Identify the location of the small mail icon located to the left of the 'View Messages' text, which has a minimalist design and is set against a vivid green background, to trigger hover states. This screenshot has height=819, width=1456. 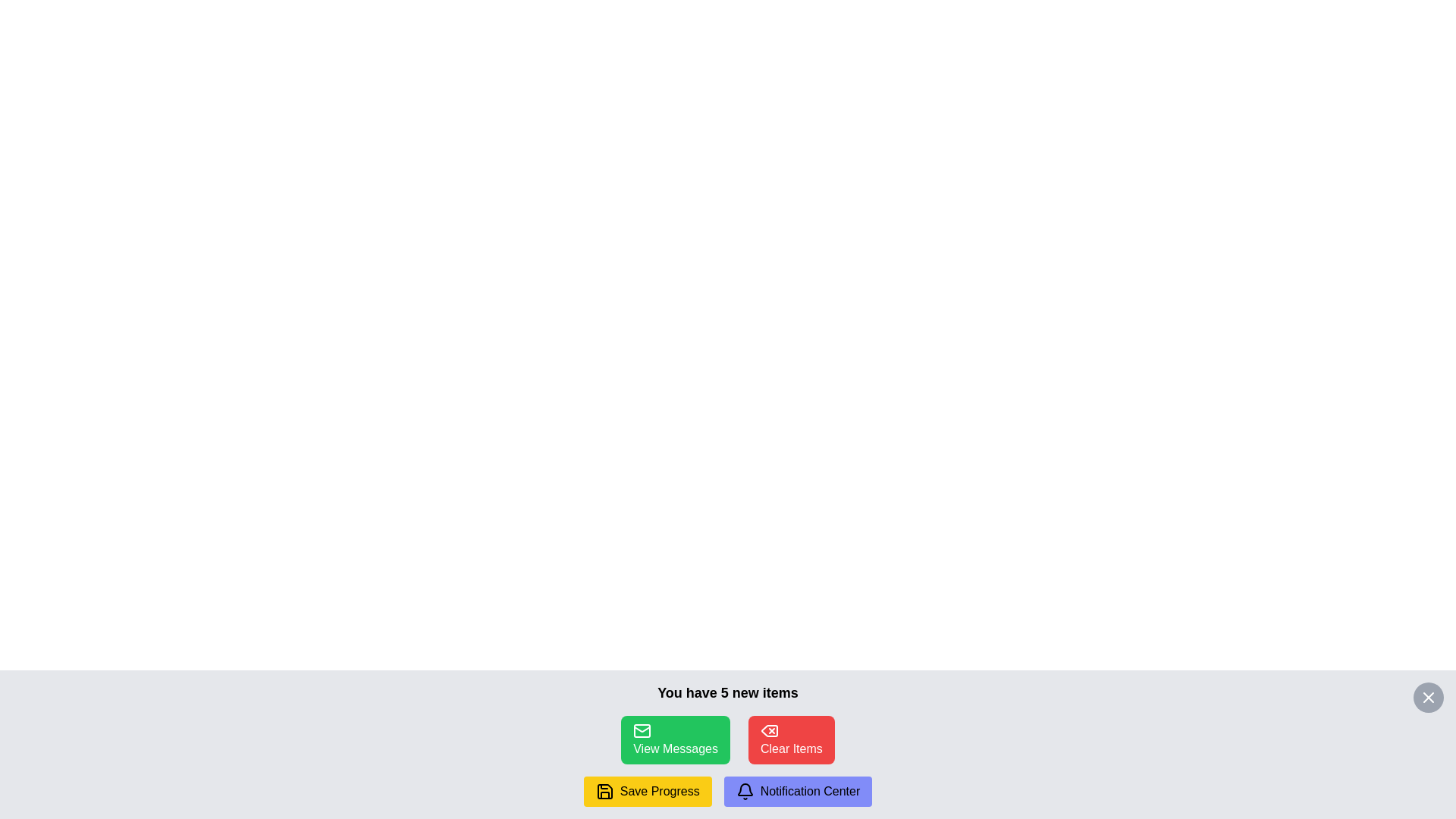
(642, 730).